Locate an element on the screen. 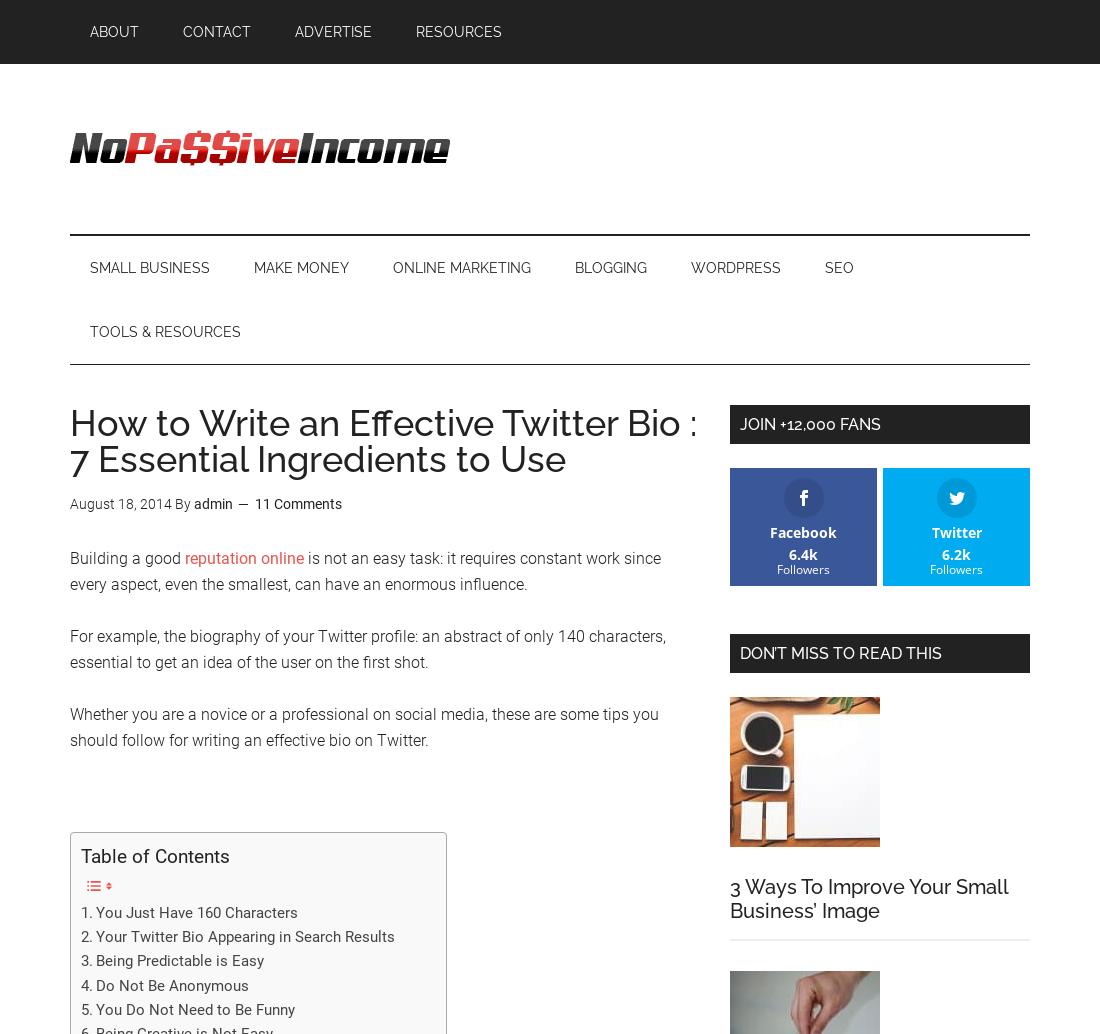 This screenshot has width=1100, height=1034. 'About' is located at coordinates (114, 31).